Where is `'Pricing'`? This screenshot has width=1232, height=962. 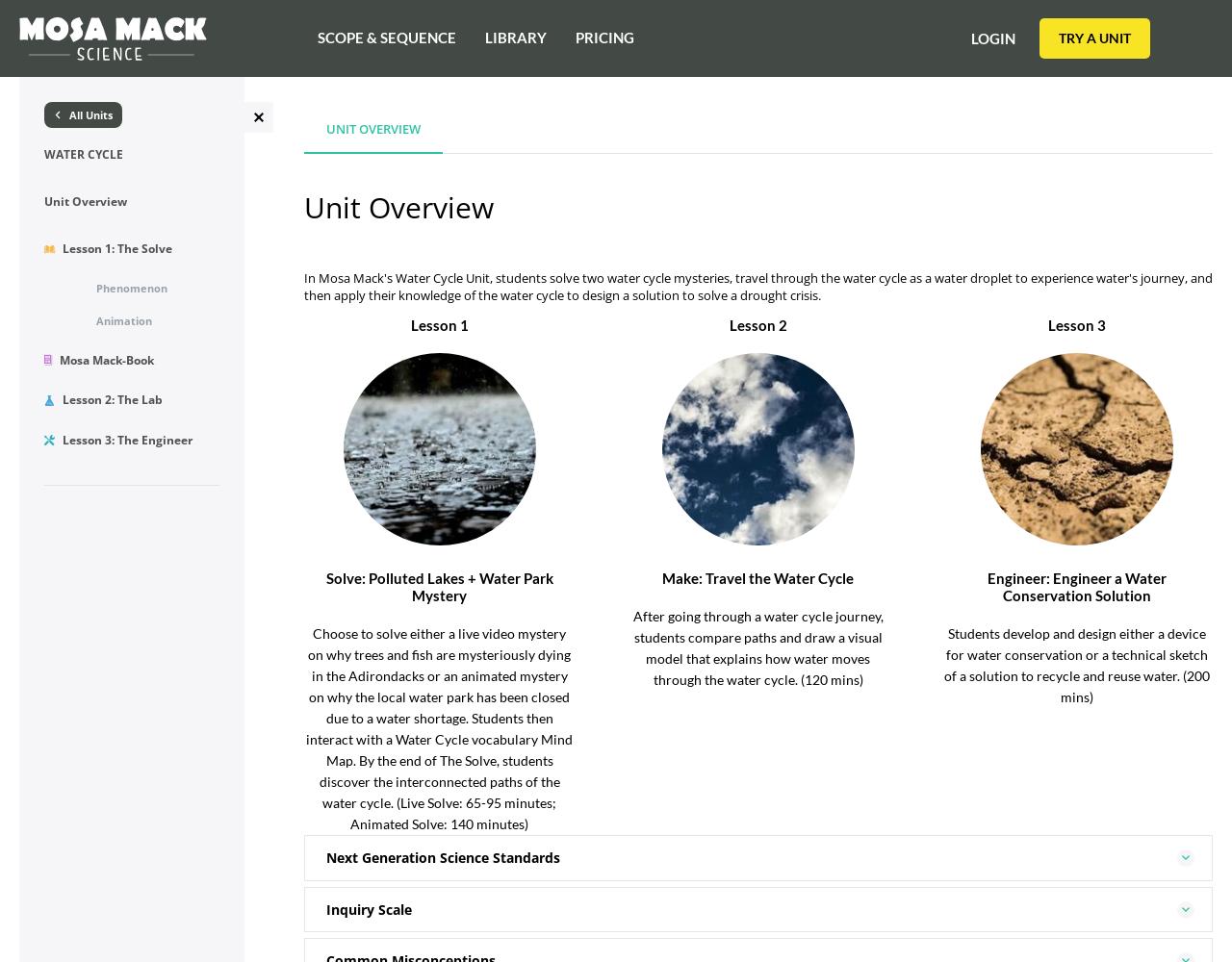
'Pricing' is located at coordinates (575, 38).